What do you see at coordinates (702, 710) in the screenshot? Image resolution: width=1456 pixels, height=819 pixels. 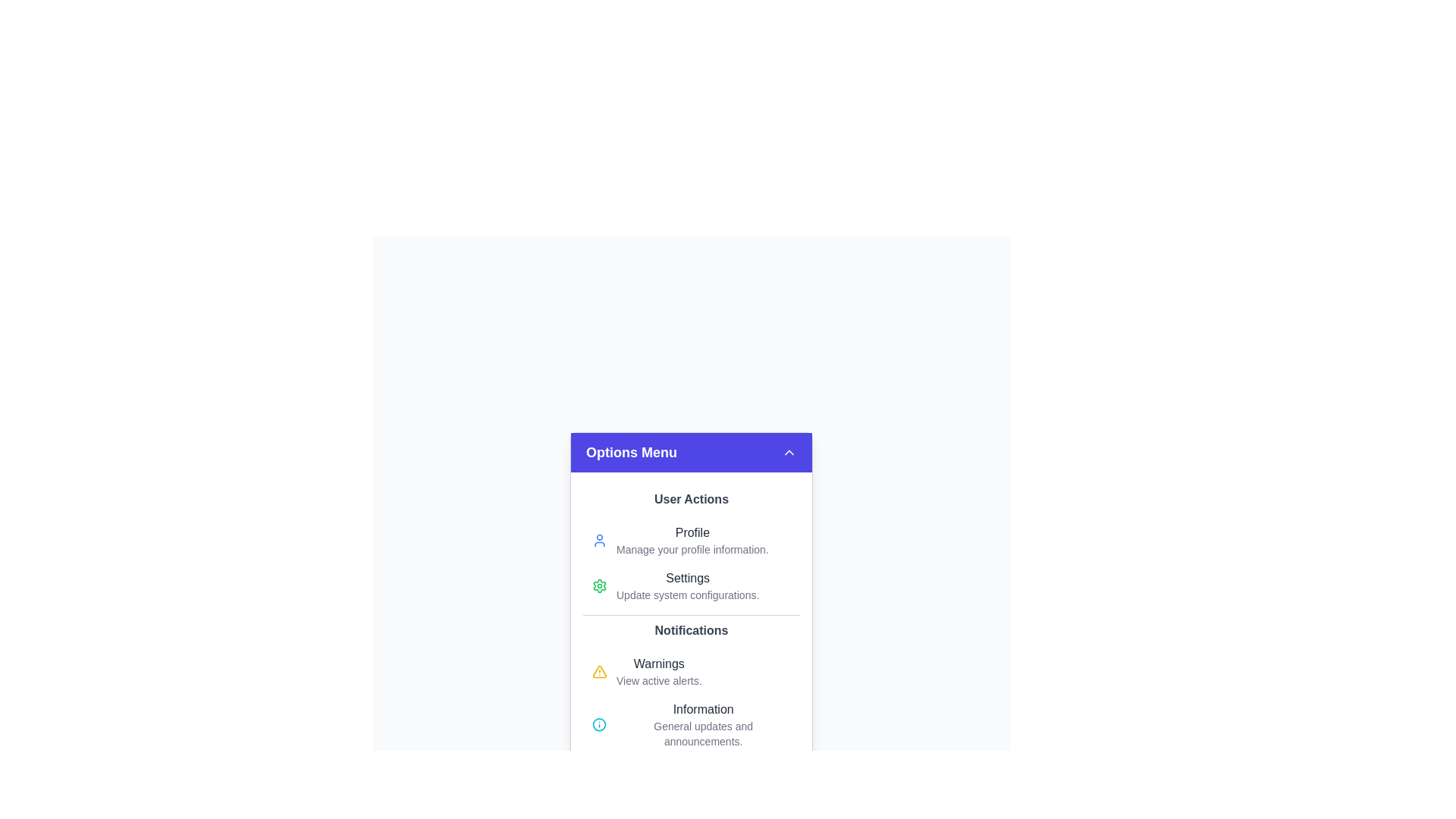 I see `the Text Label that serves as the title for the description below it, positioned within the 'Notifications' group` at bounding box center [702, 710].